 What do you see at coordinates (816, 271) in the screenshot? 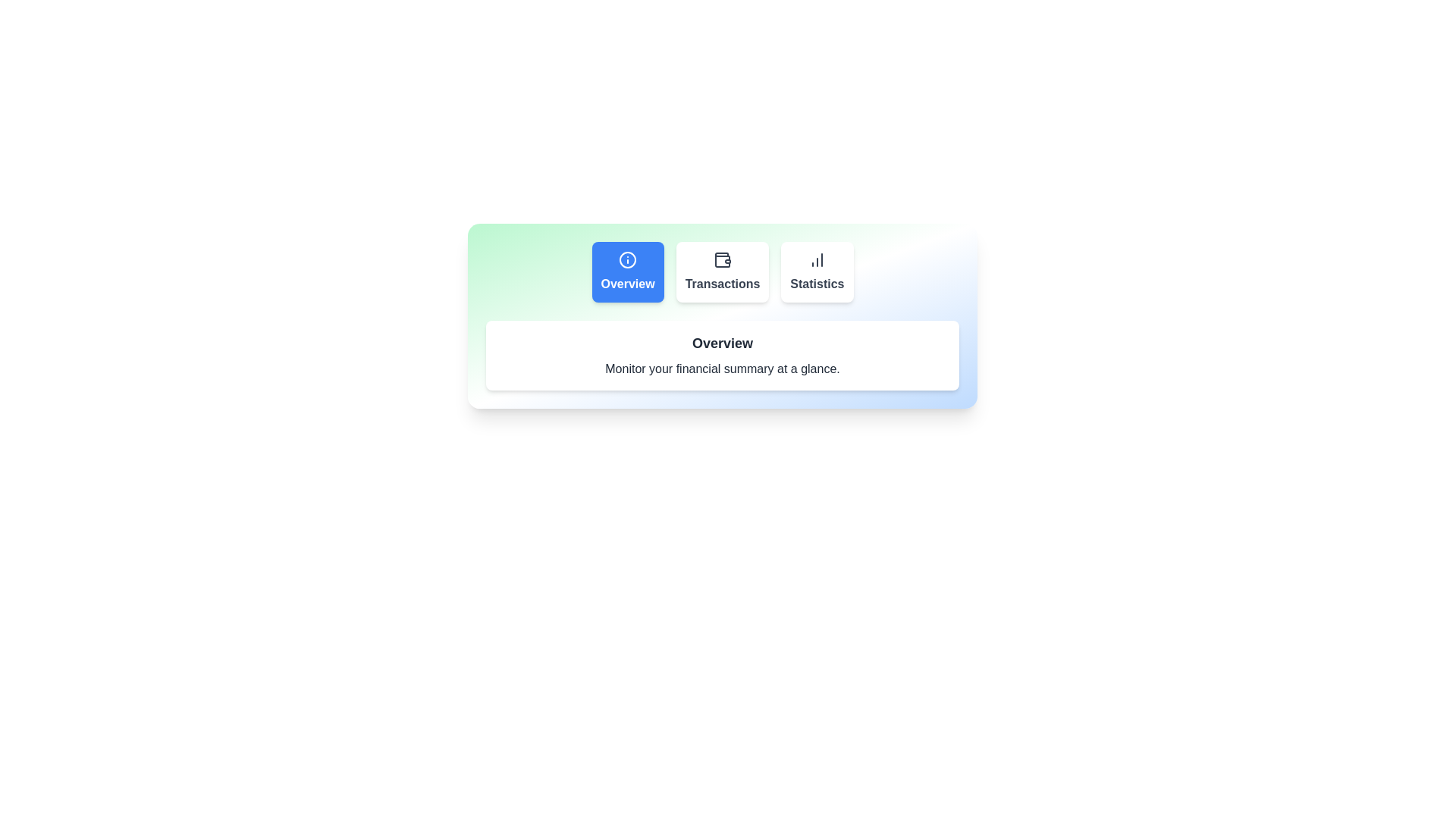
I see `the tab labeled Statistics to observe its hover effect` at bounding box center [816, 271].